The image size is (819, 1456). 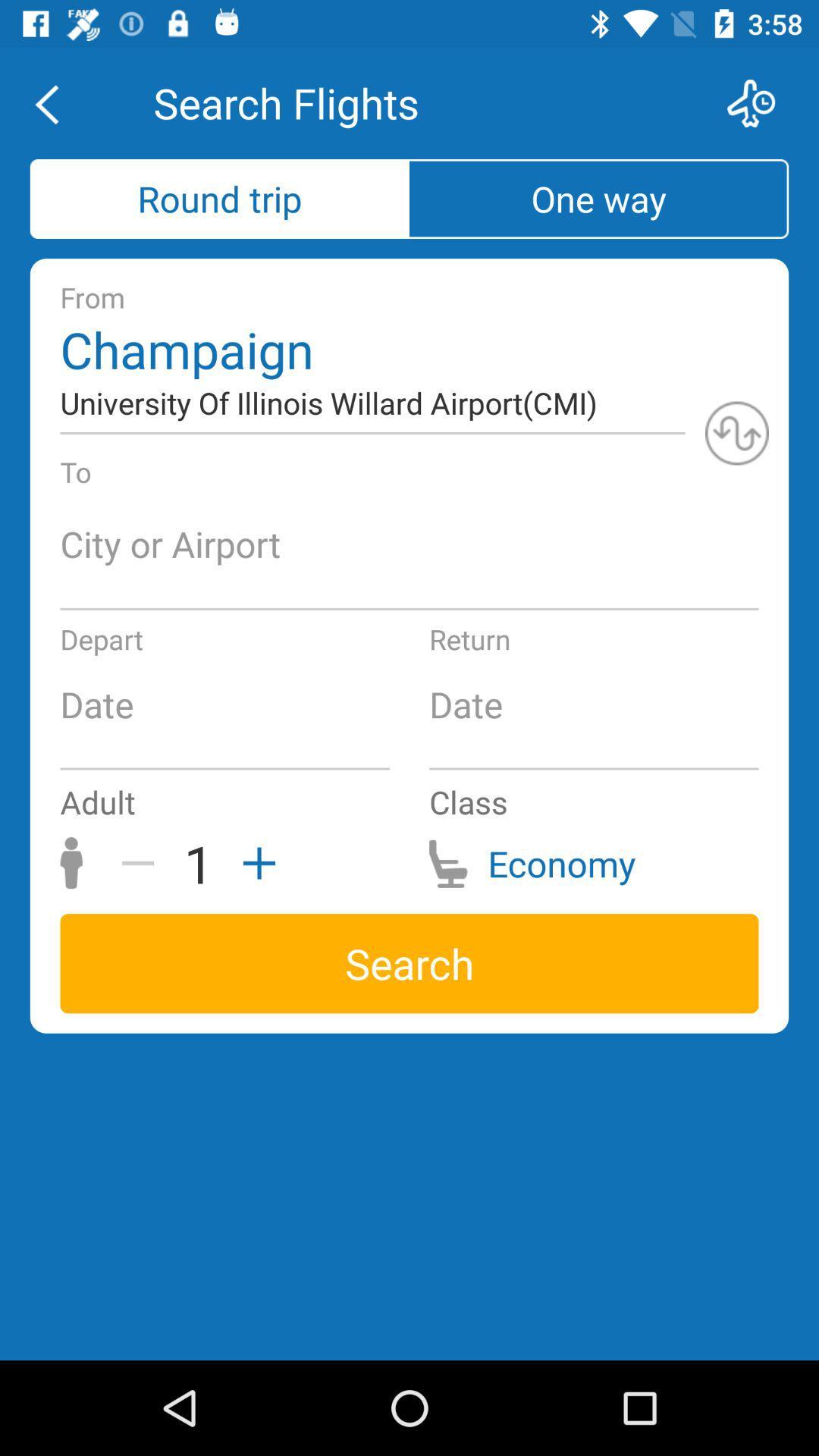 What do you see at coordinates (736, 432) in the screenshot?
I see `switch departure location with destination` at bounding box center [736, 432].